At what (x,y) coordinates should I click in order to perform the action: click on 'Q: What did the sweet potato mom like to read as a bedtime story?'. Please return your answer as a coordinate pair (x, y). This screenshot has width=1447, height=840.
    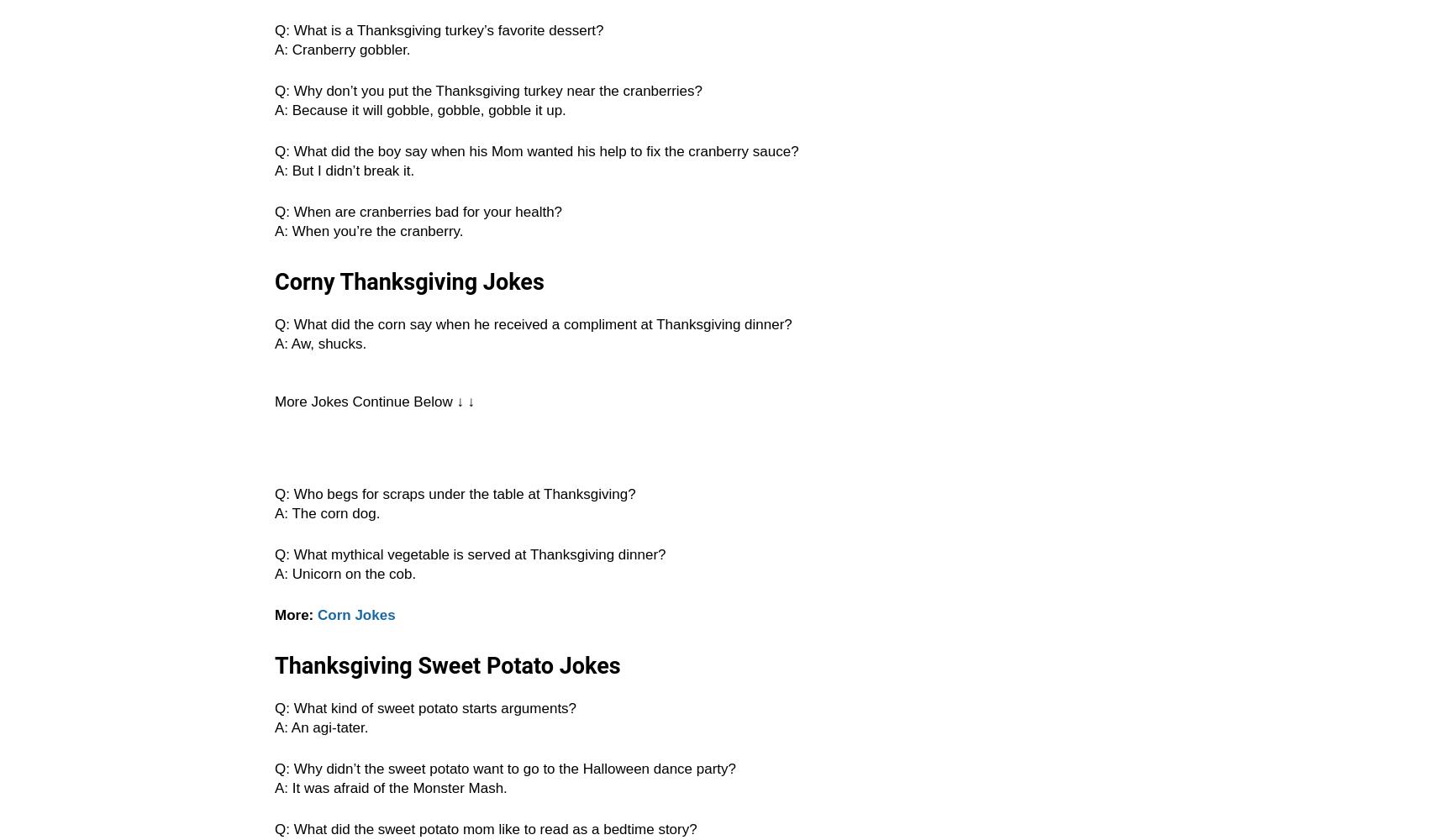
    Looking at the image, I should click on (485, 828).